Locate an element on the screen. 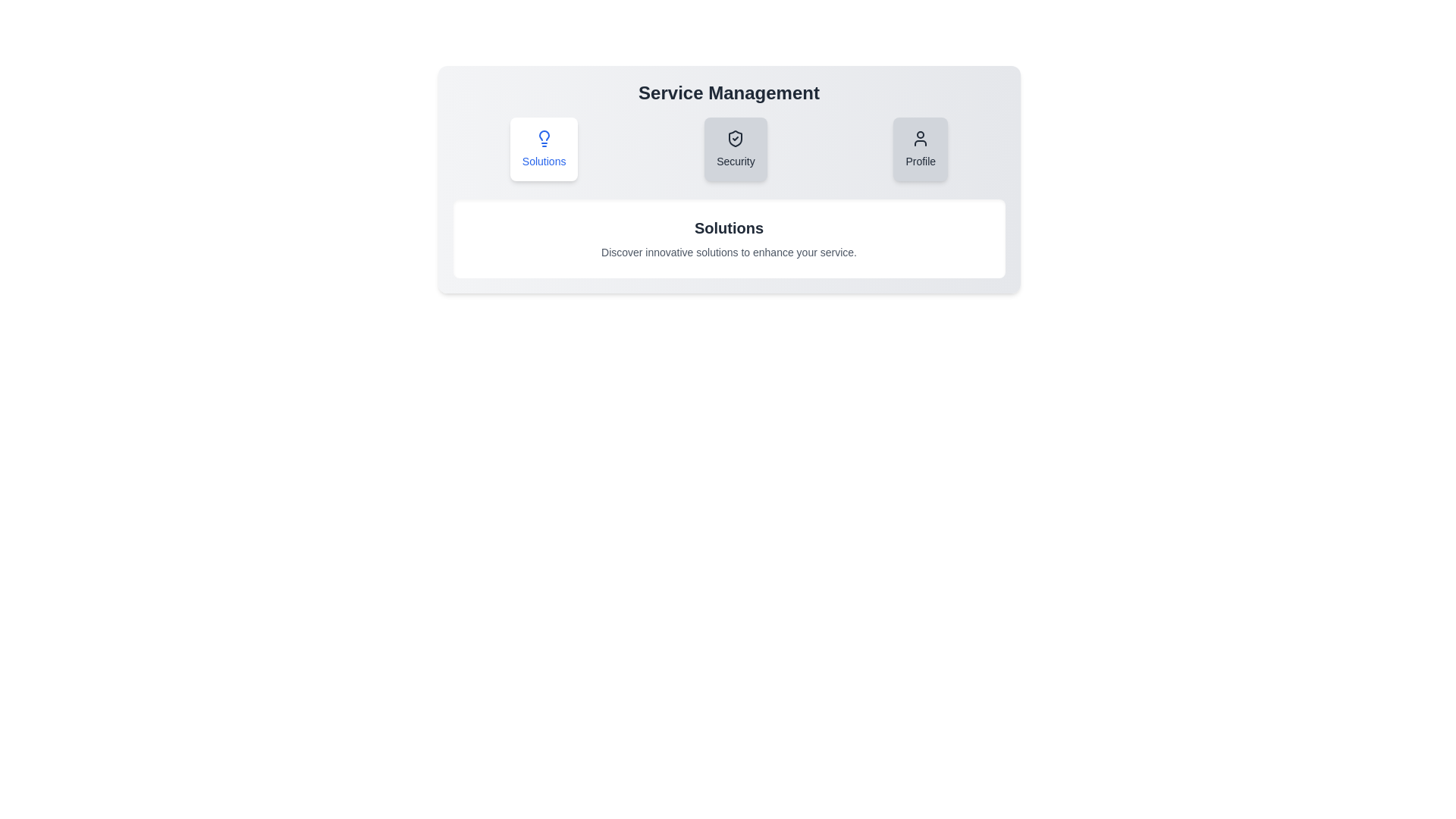  the 'Profile' tab to view its content is located at coordinates (920, 149).